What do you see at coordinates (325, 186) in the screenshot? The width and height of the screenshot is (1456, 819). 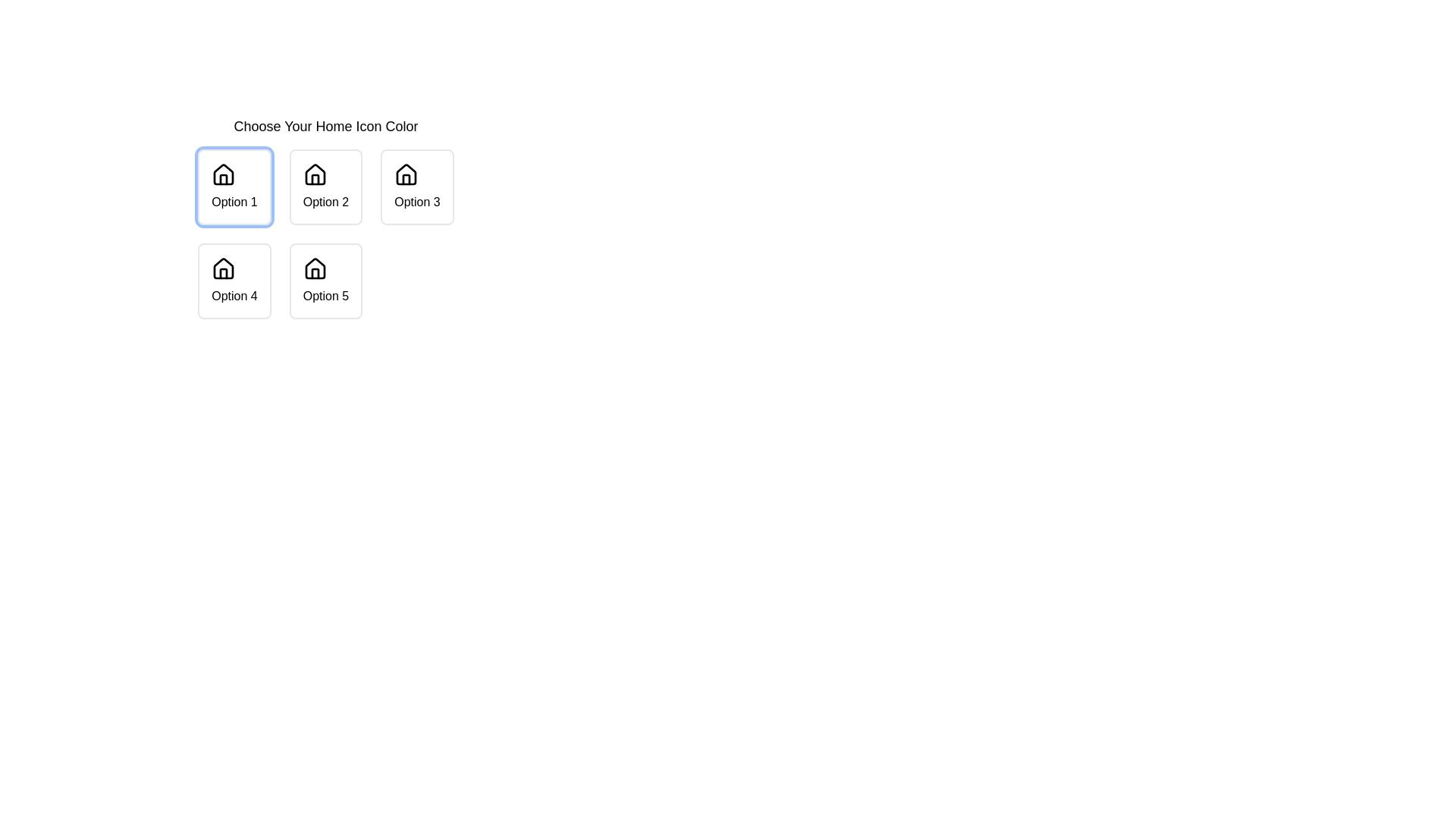 I see `the selectable button labeled 'Option 2' located in the top row, middle column of a 3x2 grid layout` at bounding box center [325, 186].